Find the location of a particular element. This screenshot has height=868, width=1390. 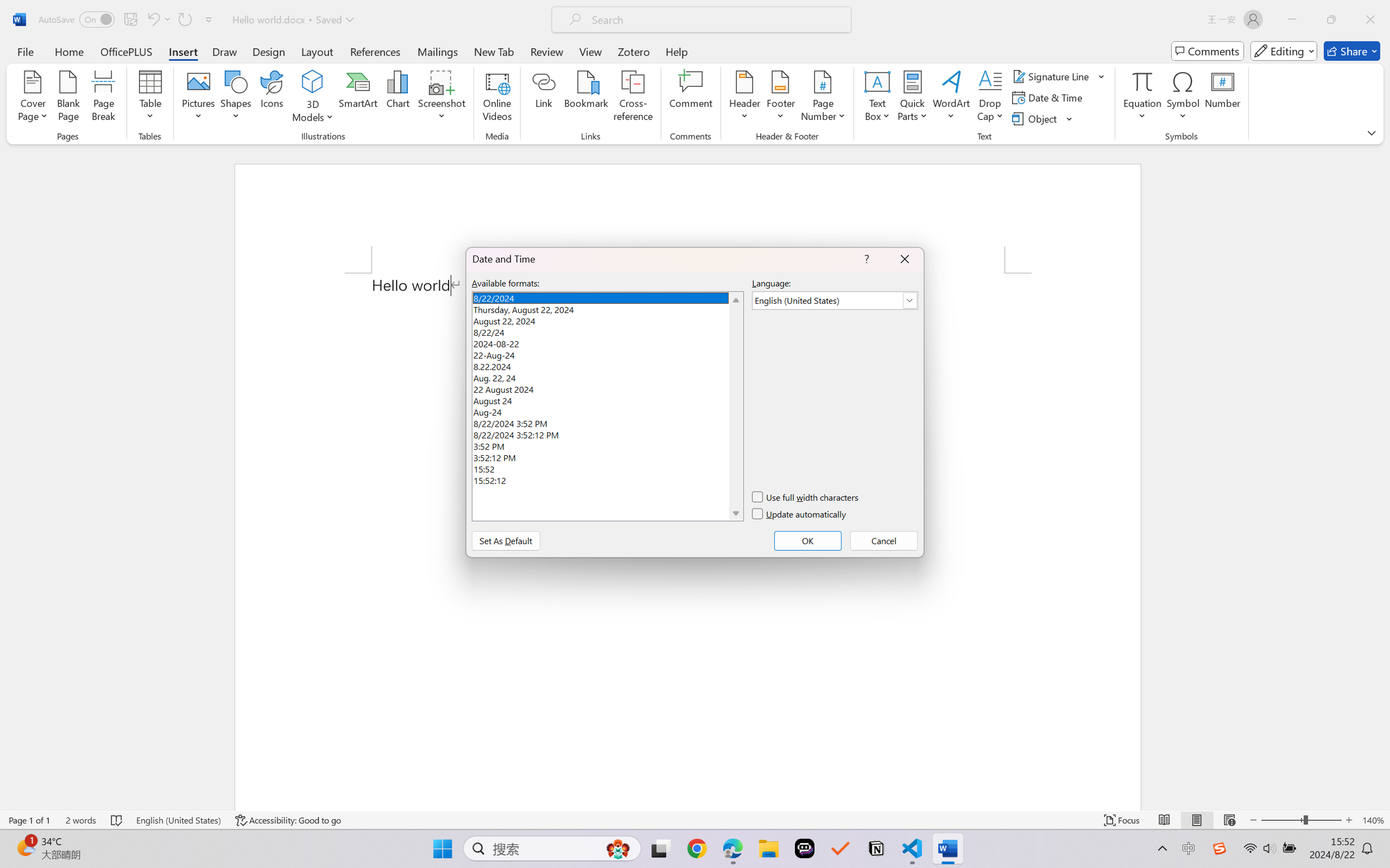

'Design' is located at coordinates (268, 51).